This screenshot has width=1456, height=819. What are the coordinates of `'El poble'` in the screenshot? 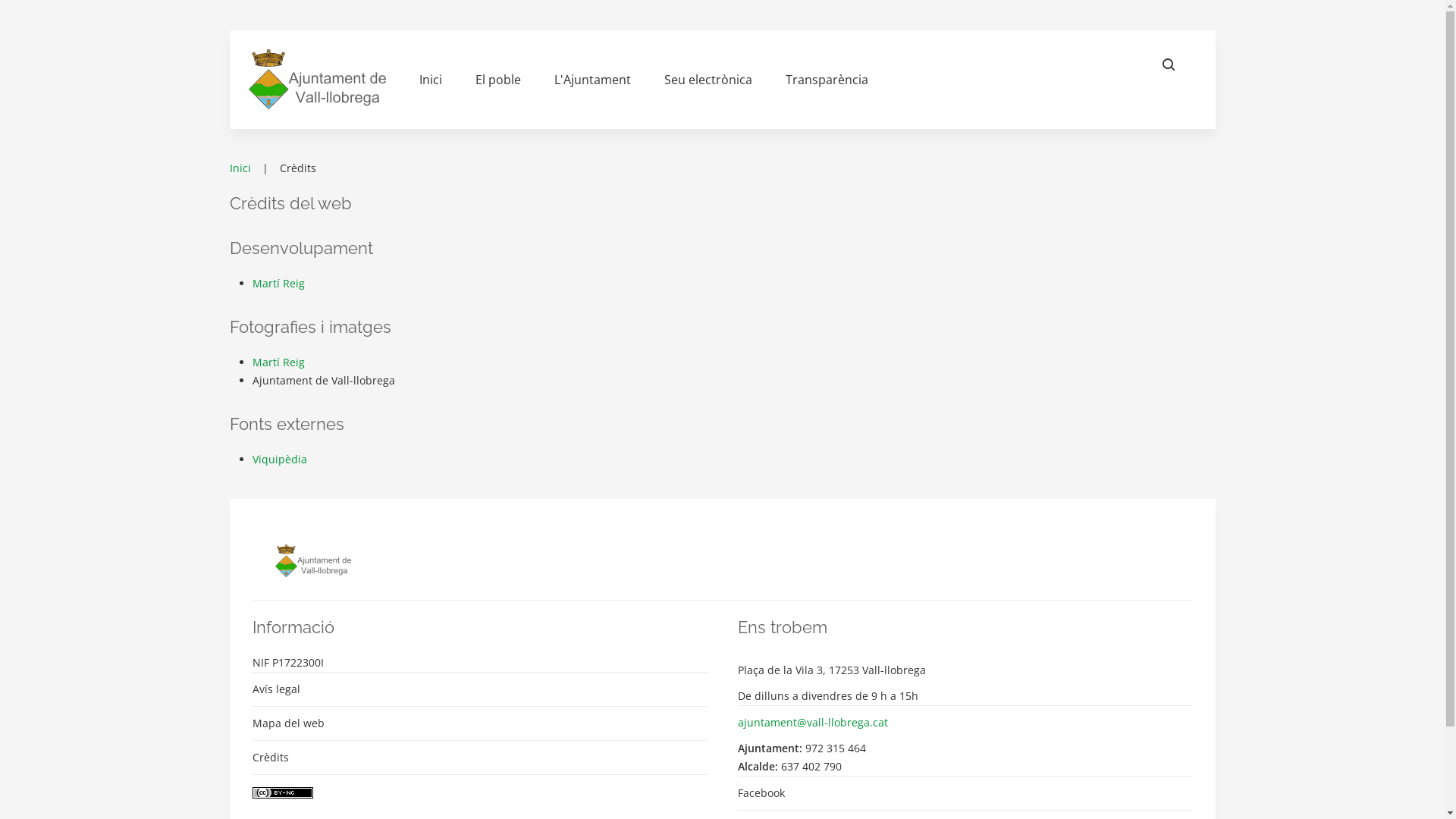 It's located at (498, 79).